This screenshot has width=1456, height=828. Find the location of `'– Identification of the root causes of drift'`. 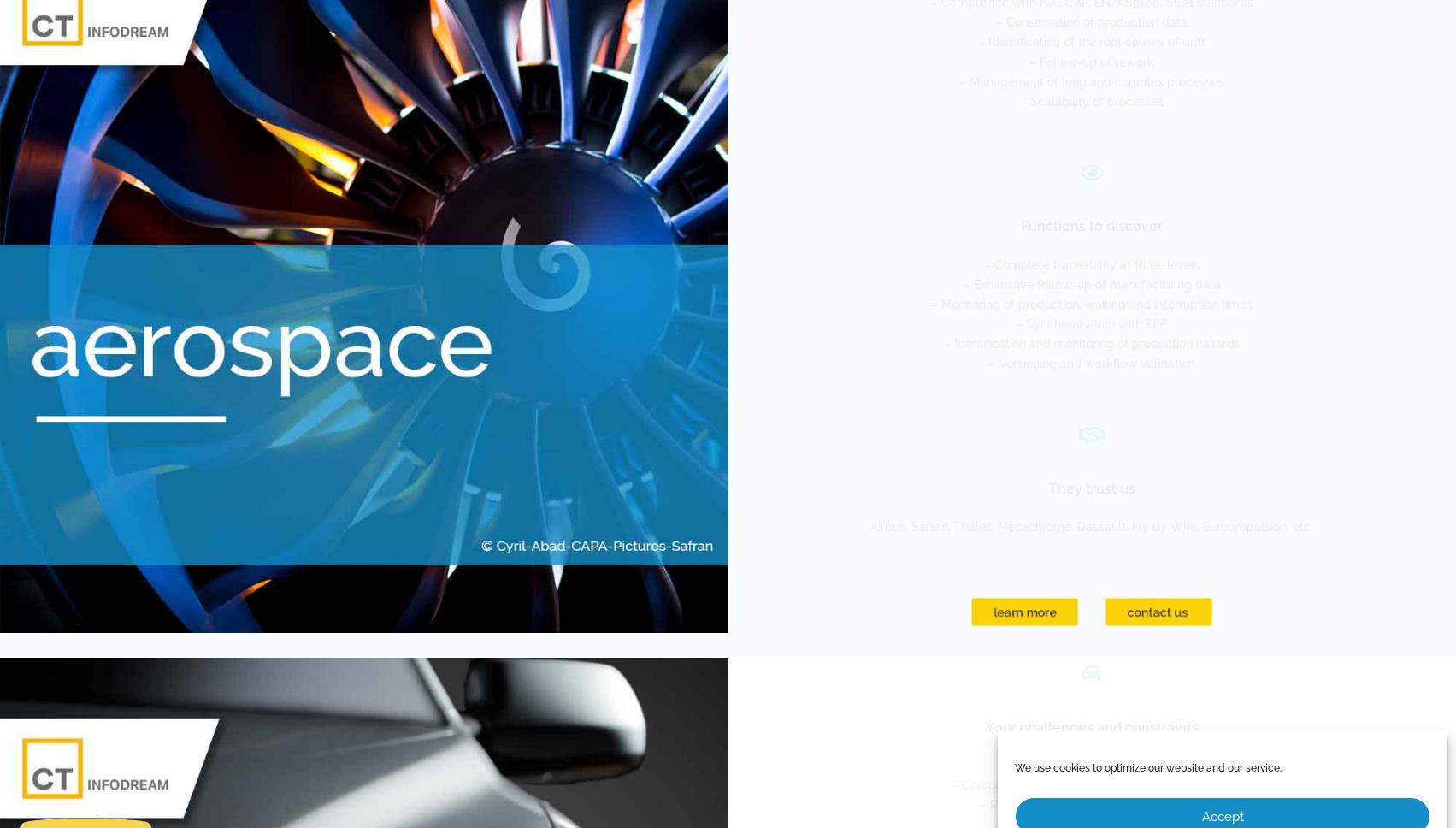

'– Identification of the root causes of drift' is located at coordinates (978, 40).